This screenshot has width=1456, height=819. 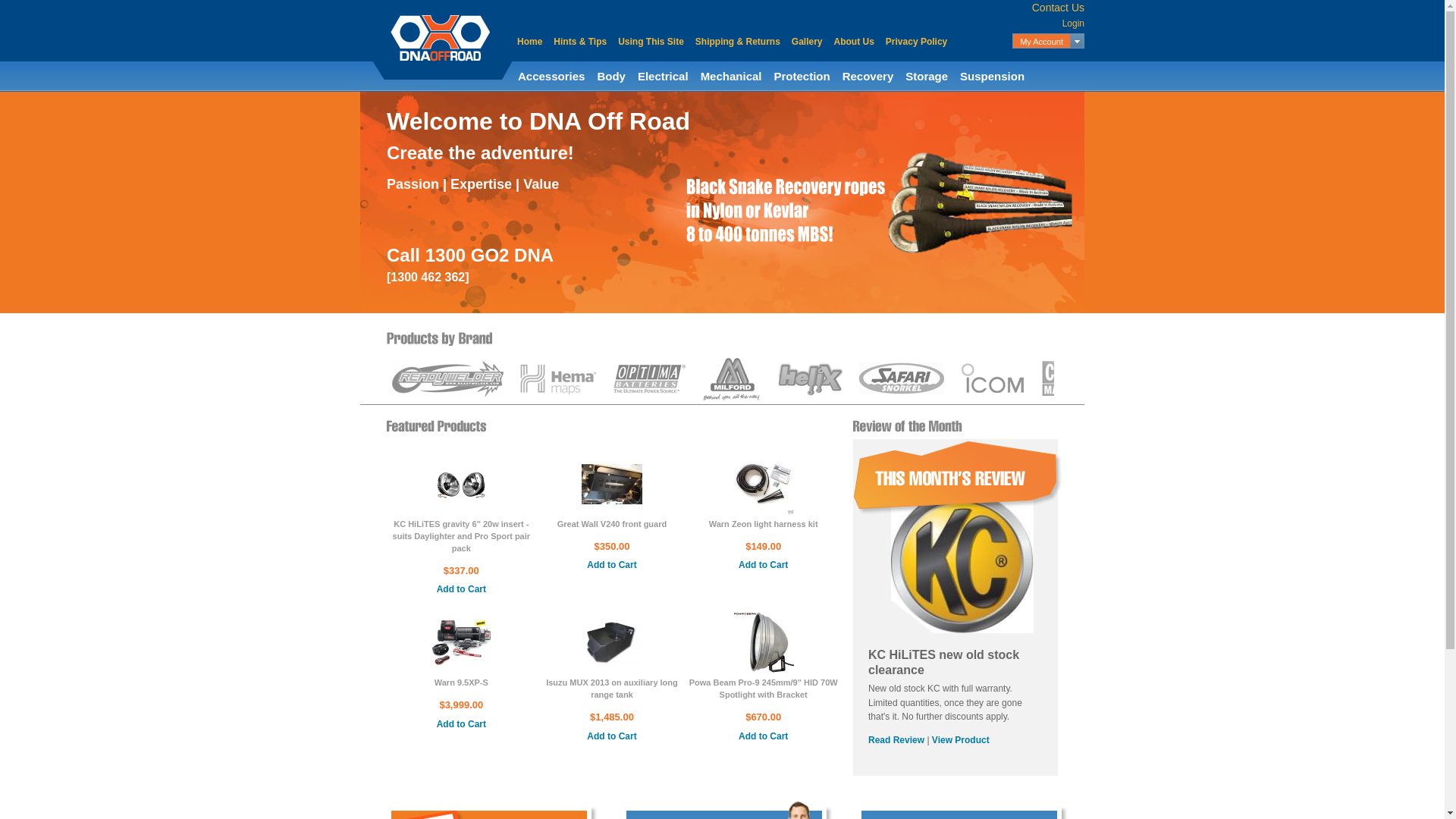 What do you see at coordinates (1072, 23) in the screenshot?
I see `'Login'` at bounding box center [1072, 23].